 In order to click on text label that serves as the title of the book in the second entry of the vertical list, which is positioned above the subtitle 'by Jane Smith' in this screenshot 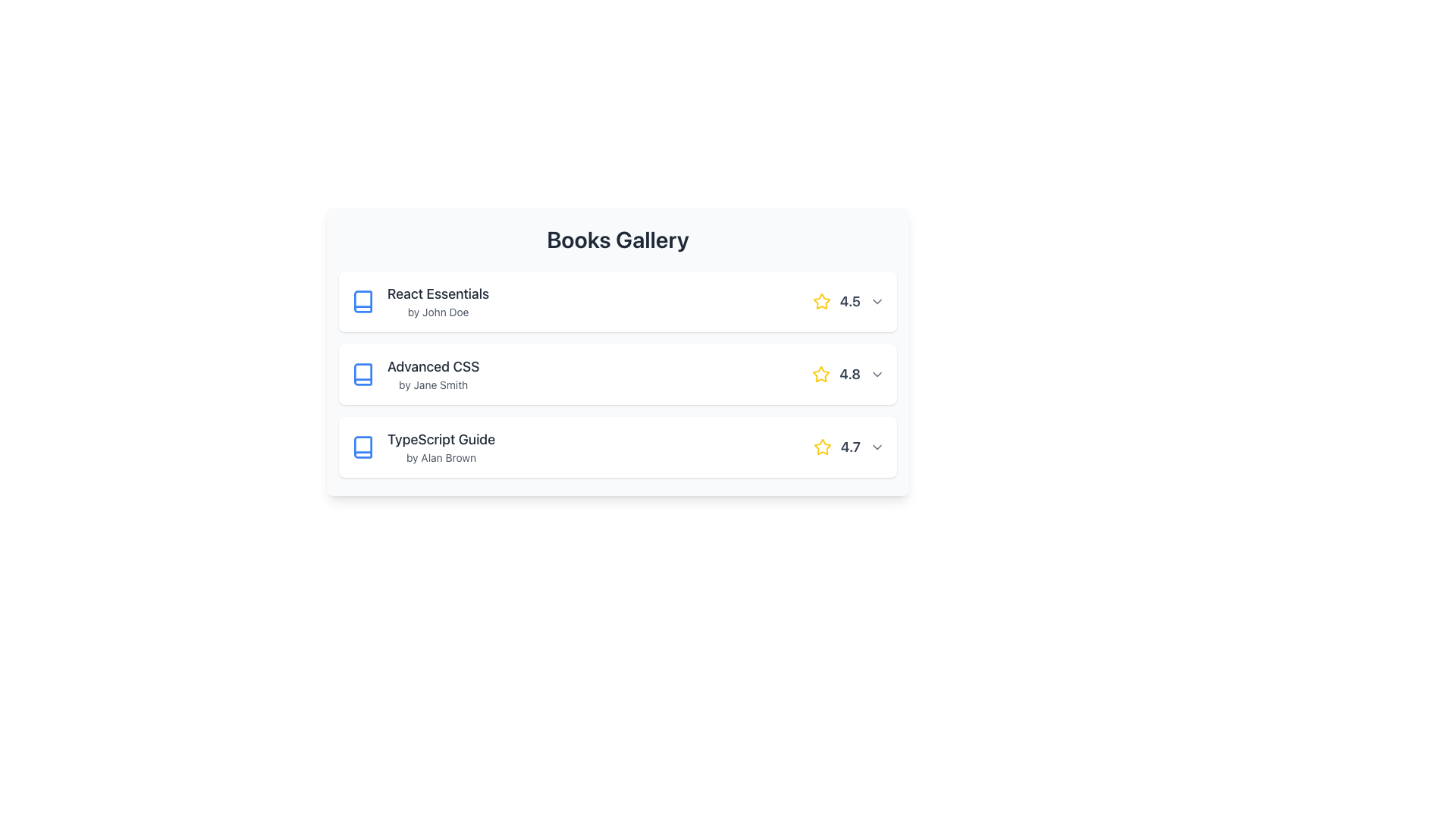, I will do `click(432, 366)`.